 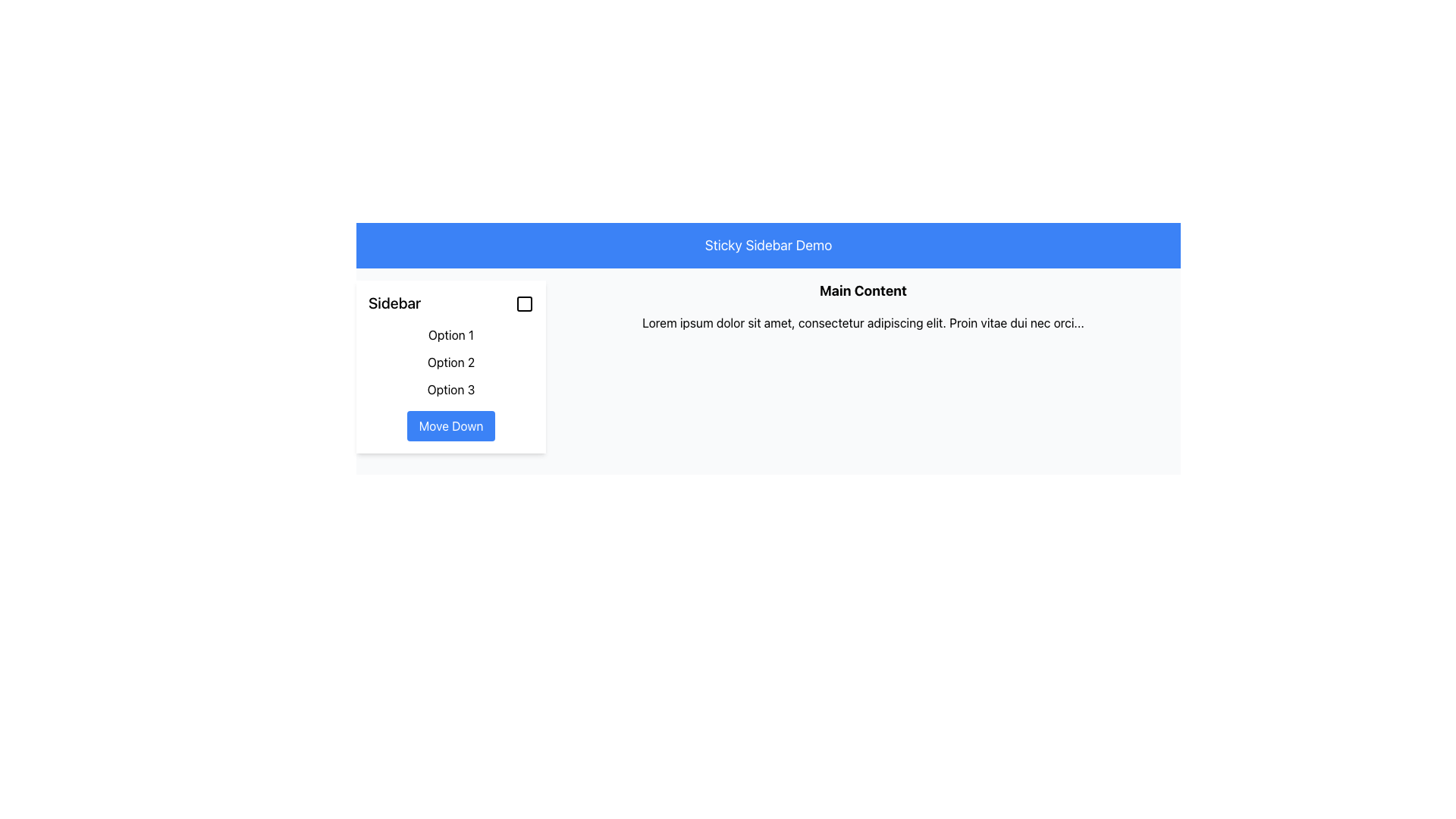 What do you see at coordinates (450, 334) in the screenshot?
I see `the hyperlink labeled 'Option 1' located in the sidebar, which changes color to blue on hover` at bounding box center [450, 334].